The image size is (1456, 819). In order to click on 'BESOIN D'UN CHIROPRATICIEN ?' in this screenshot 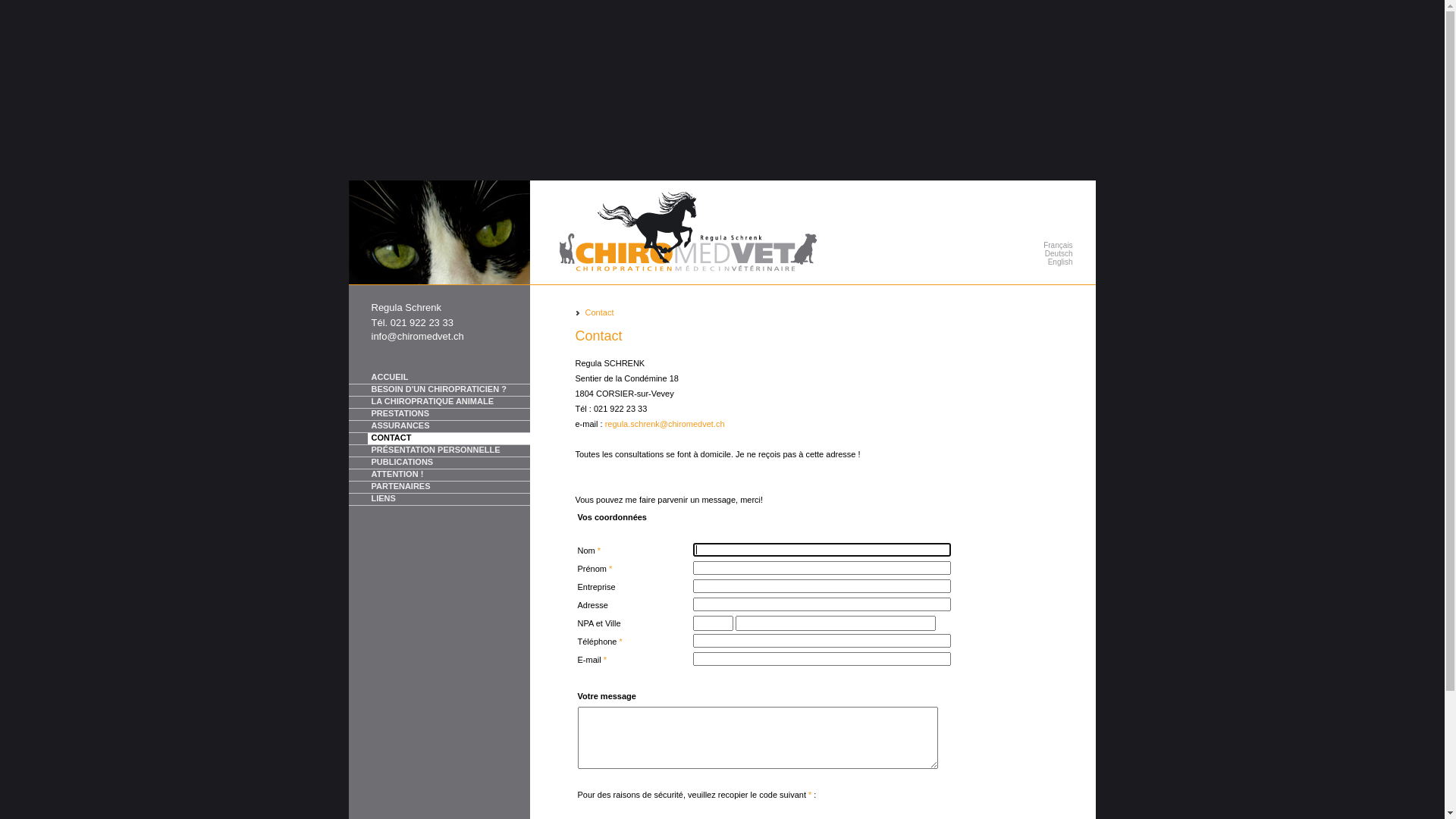, I will do `click(447, 389)`.